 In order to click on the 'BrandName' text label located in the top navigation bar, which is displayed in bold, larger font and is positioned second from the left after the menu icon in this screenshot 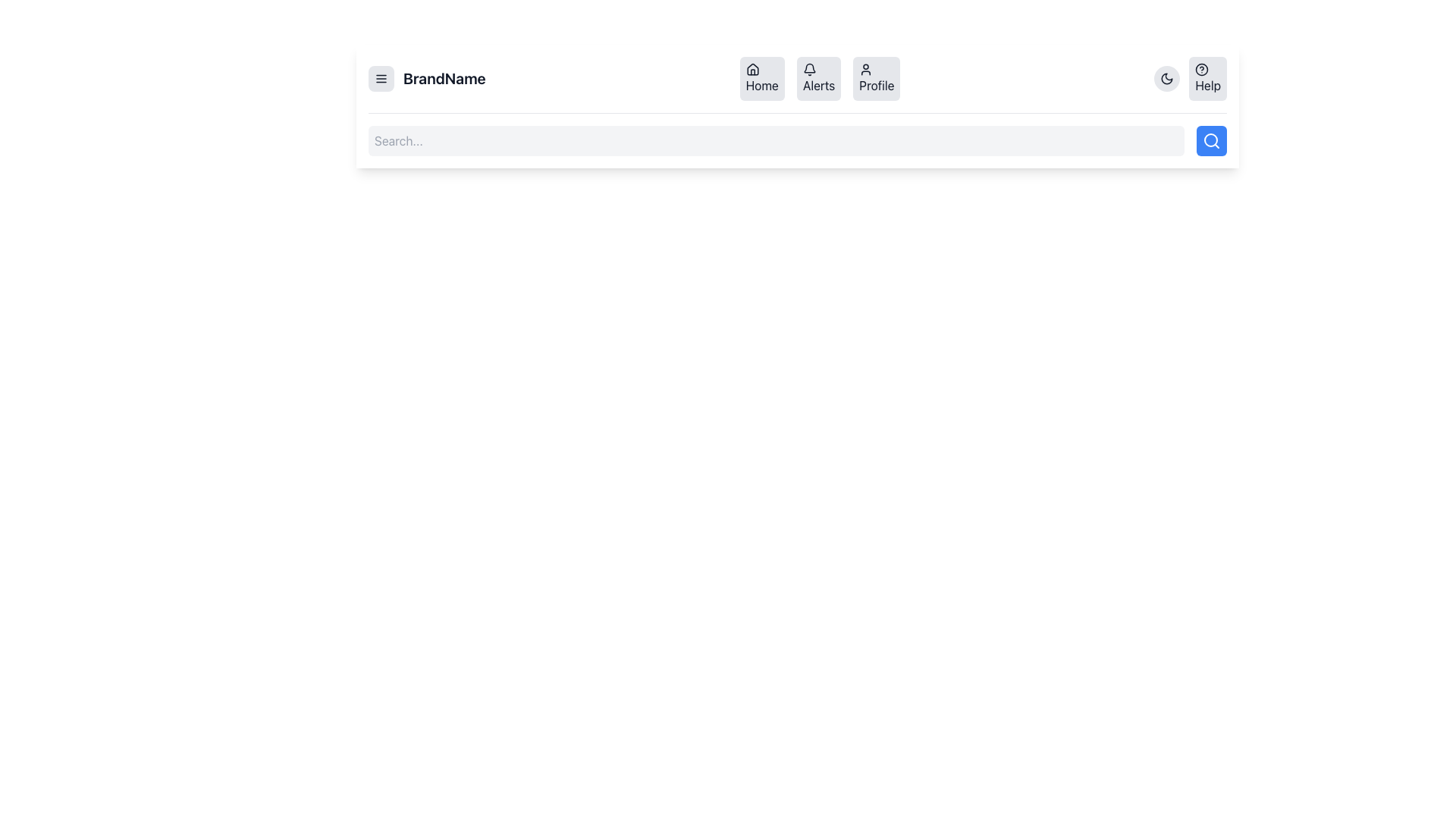, I will do `click(426, 79)`.